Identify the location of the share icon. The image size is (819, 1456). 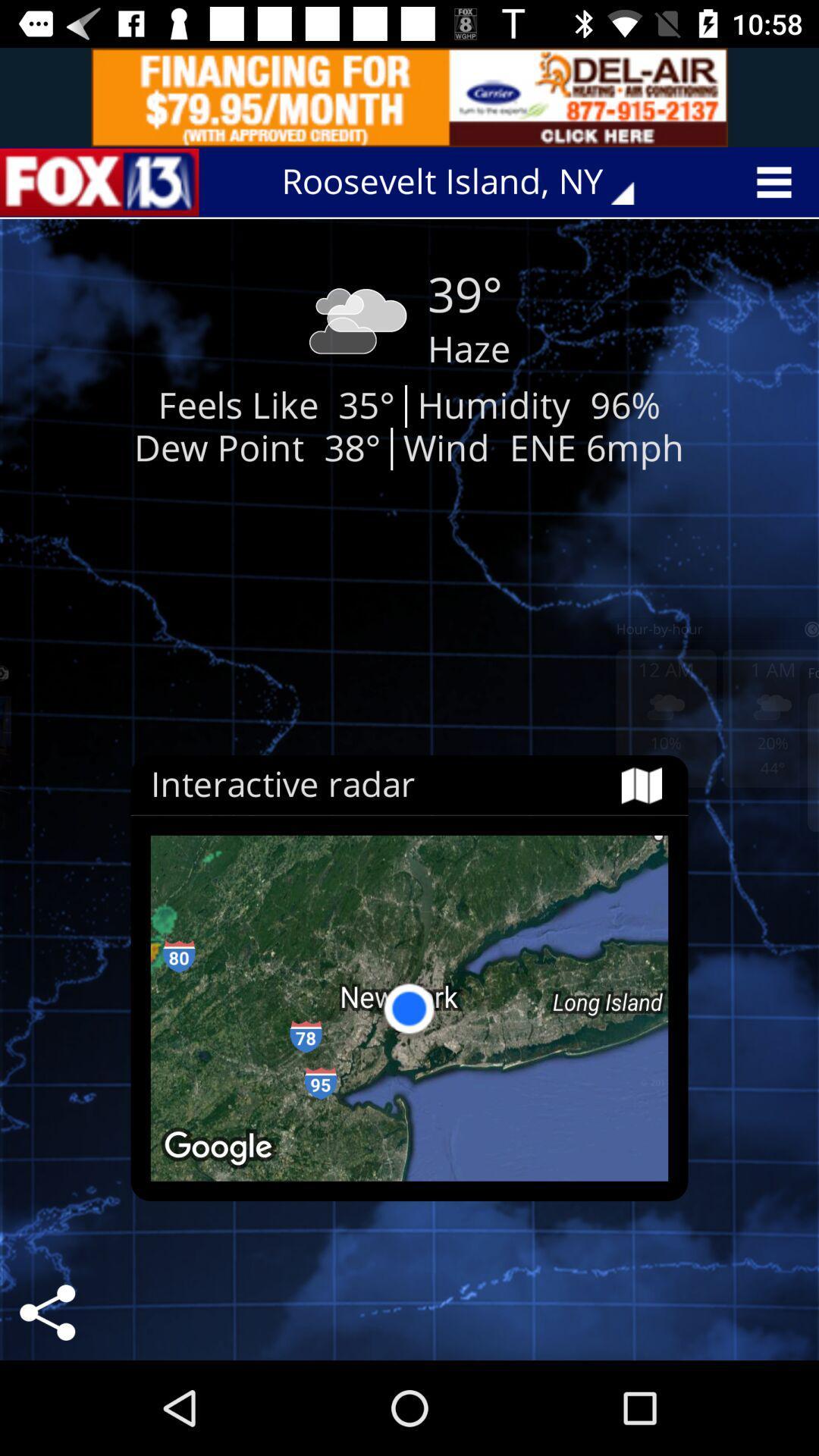
(46, 1312).